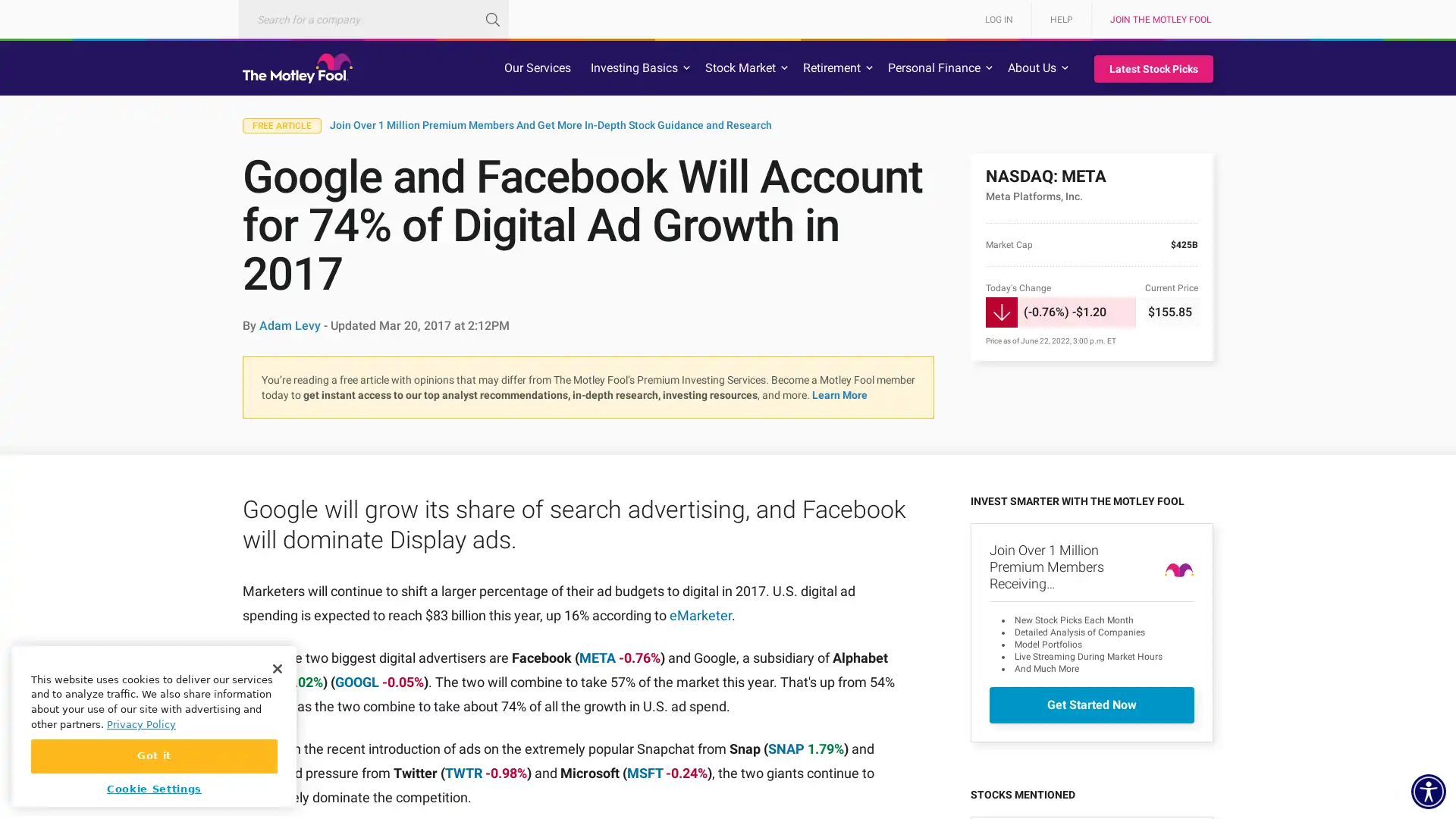 The width and height of the screenshot is (1456, 819). I want to click on Investing Basics, so click(634, 67).